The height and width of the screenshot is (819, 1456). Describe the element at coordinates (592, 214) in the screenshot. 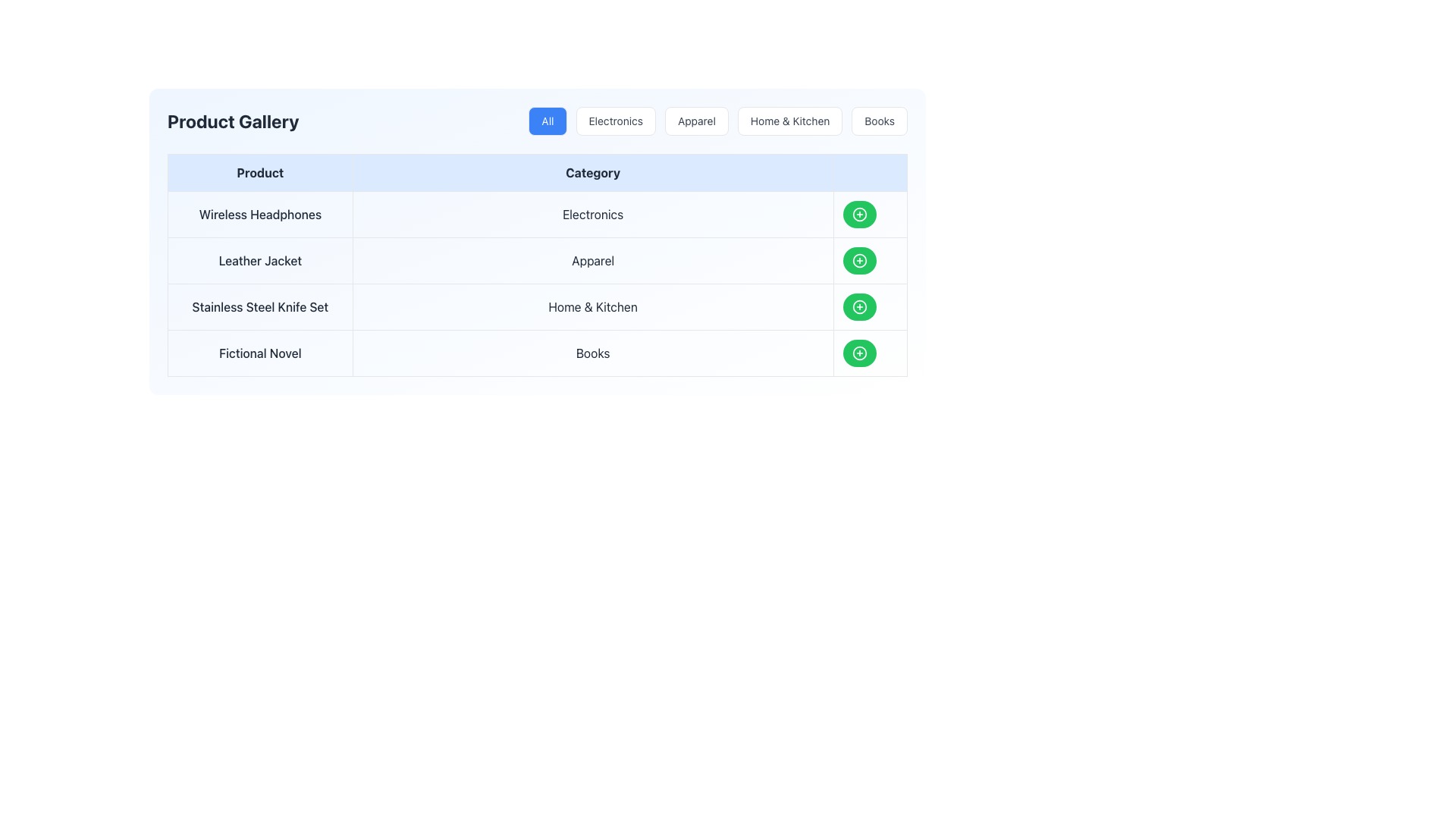

I see `the 'Electronics' category label` at that location.